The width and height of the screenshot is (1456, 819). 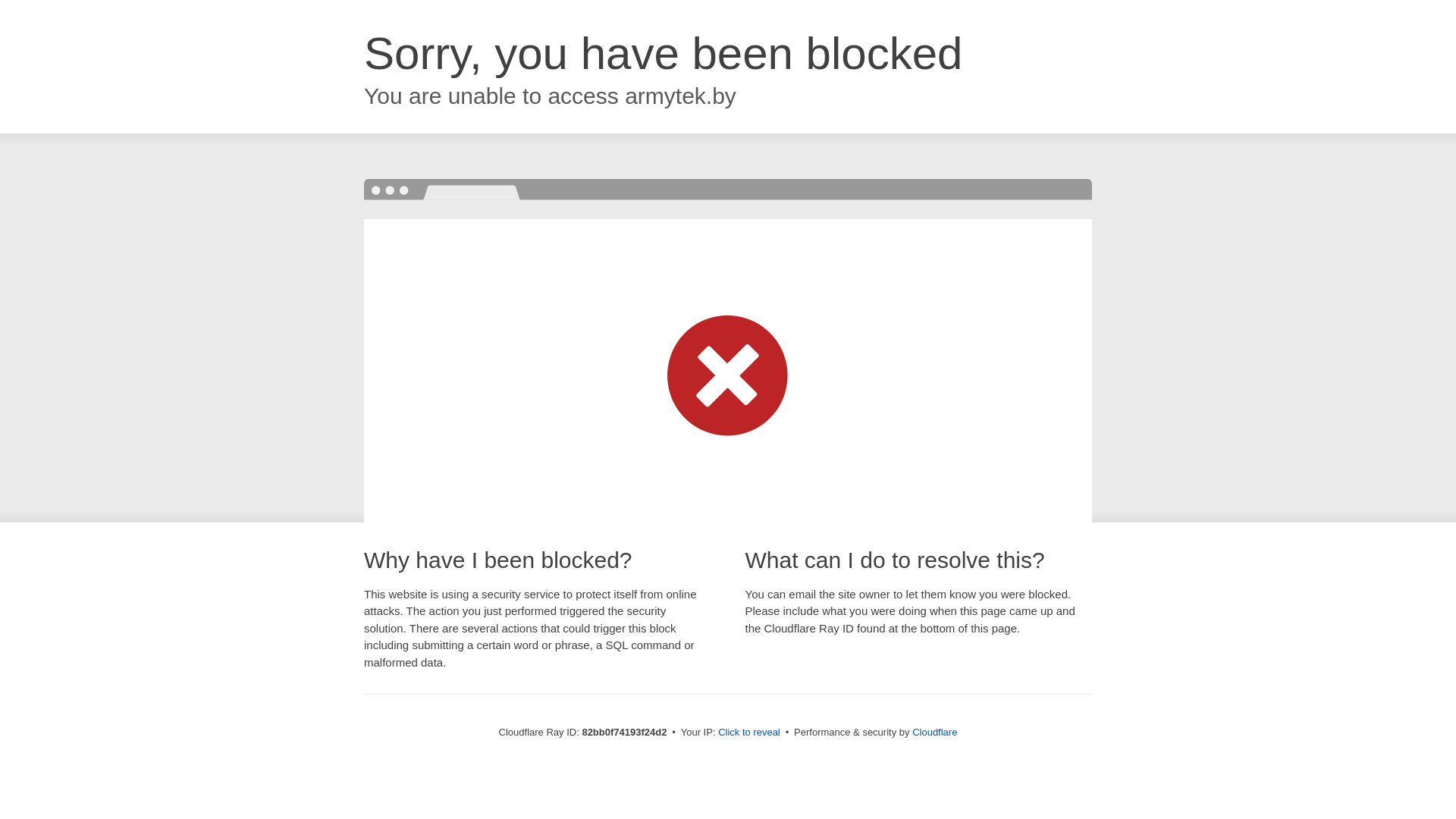 I want to click on 'Cloudflare', so click(x=934, y=731).